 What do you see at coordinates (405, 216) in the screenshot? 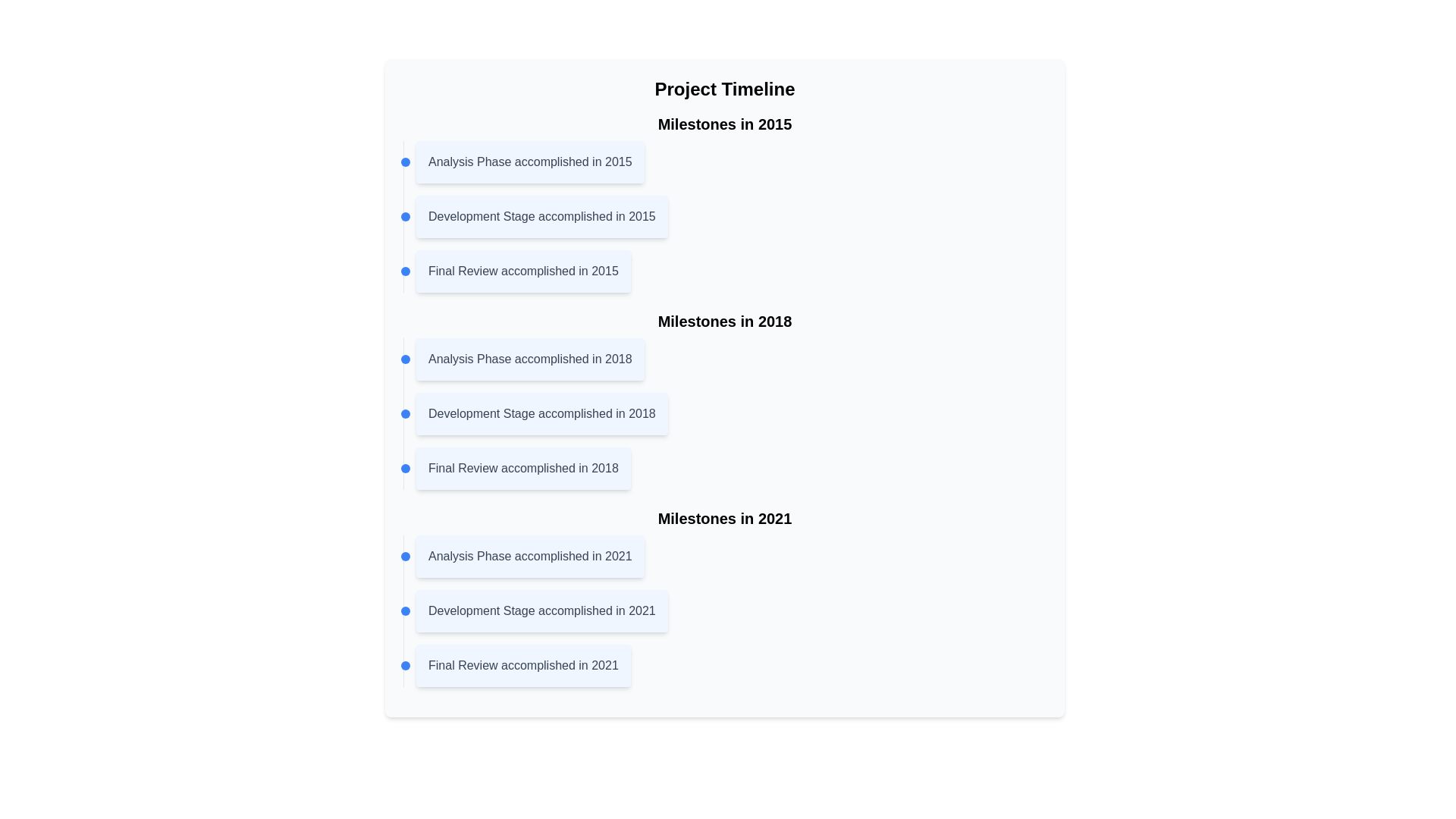
I see `the visual marker indicating the event on the timeline next to the text 'Development Stage accomplished in 2015'` at bounding box center [405, 216].